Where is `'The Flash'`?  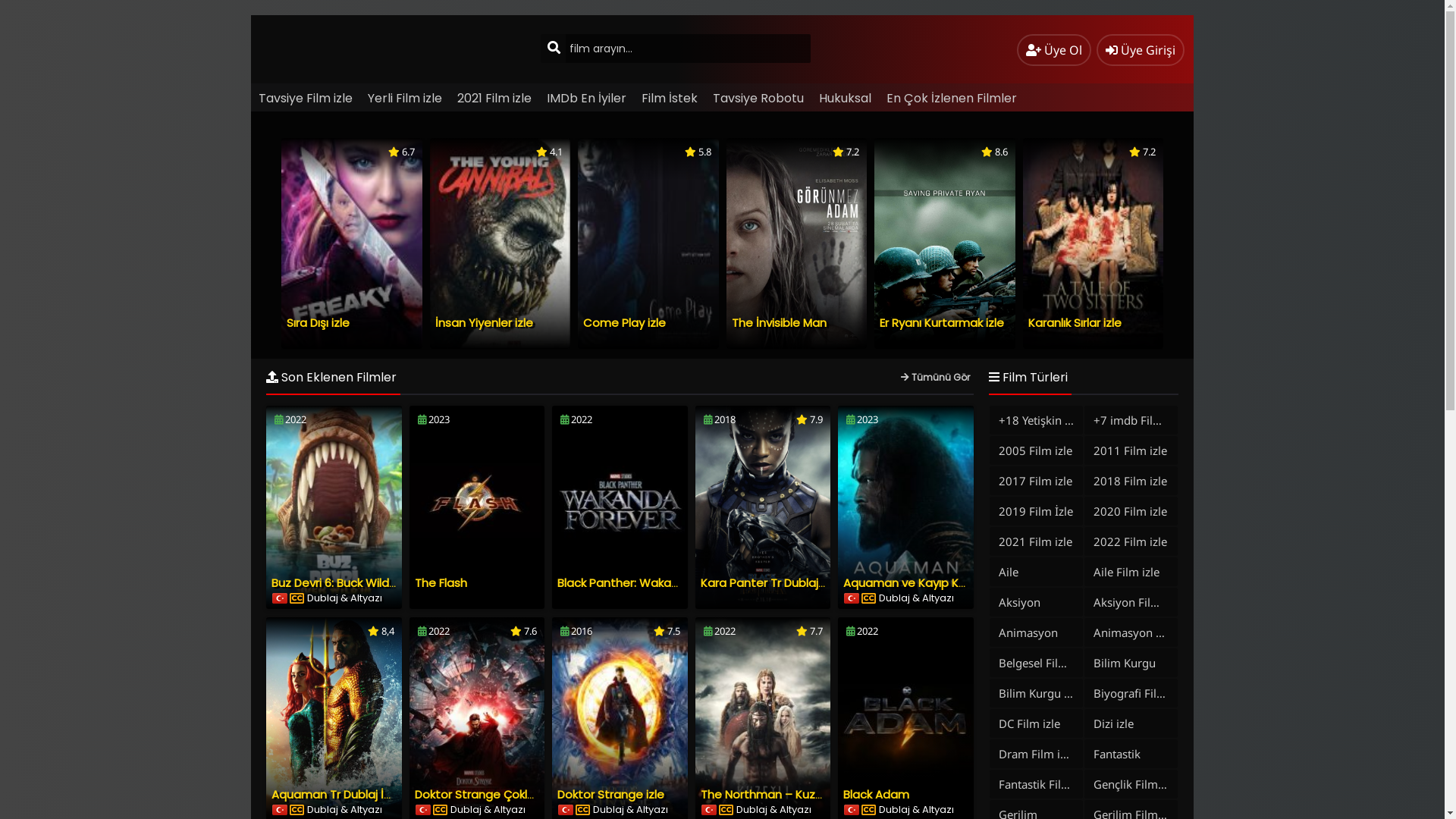 'The Flash' is located at coordinates (440, 582).